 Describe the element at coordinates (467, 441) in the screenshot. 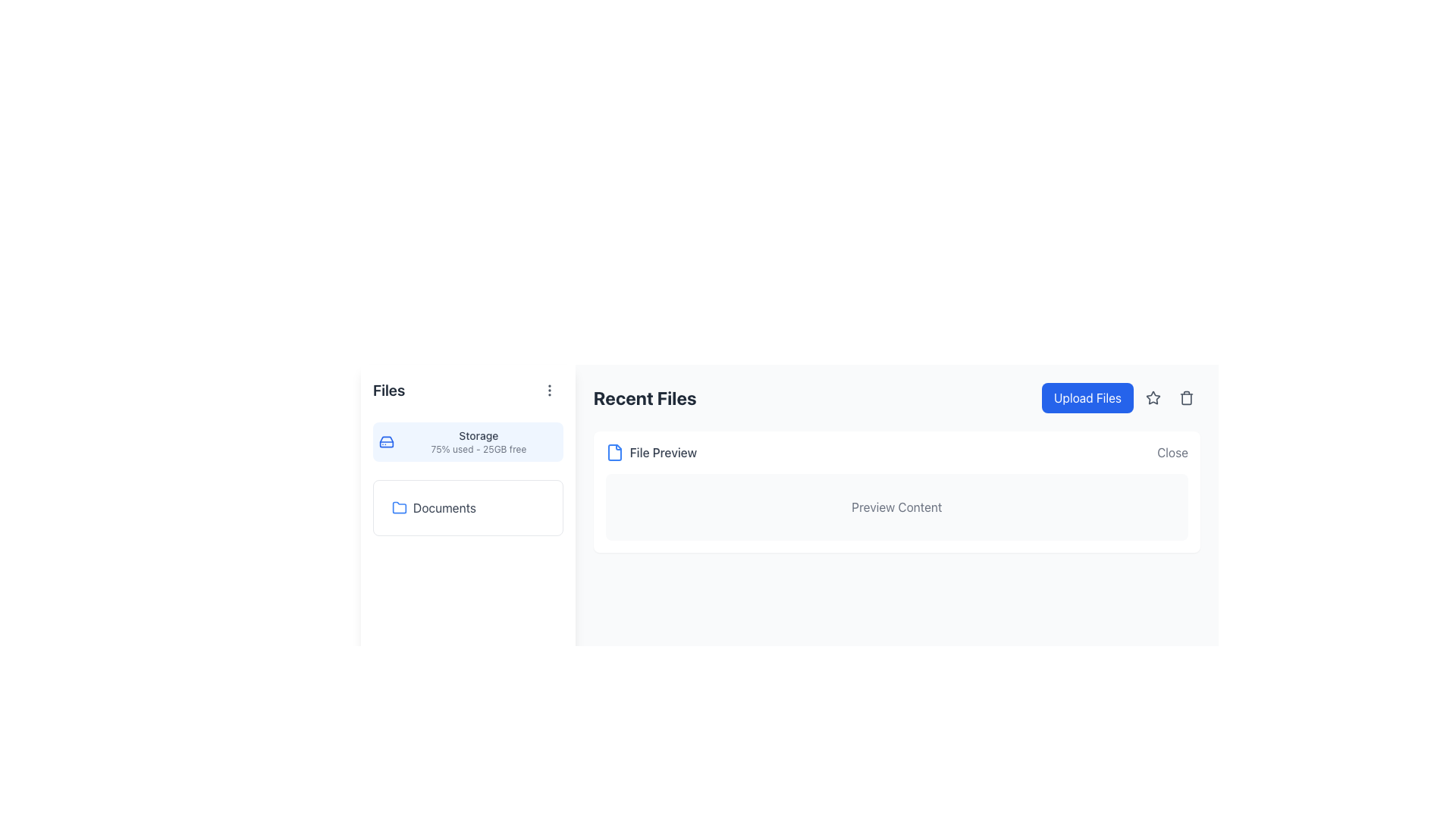

I see `the 'Storage' text block with the associated hard drive icon` at that location.